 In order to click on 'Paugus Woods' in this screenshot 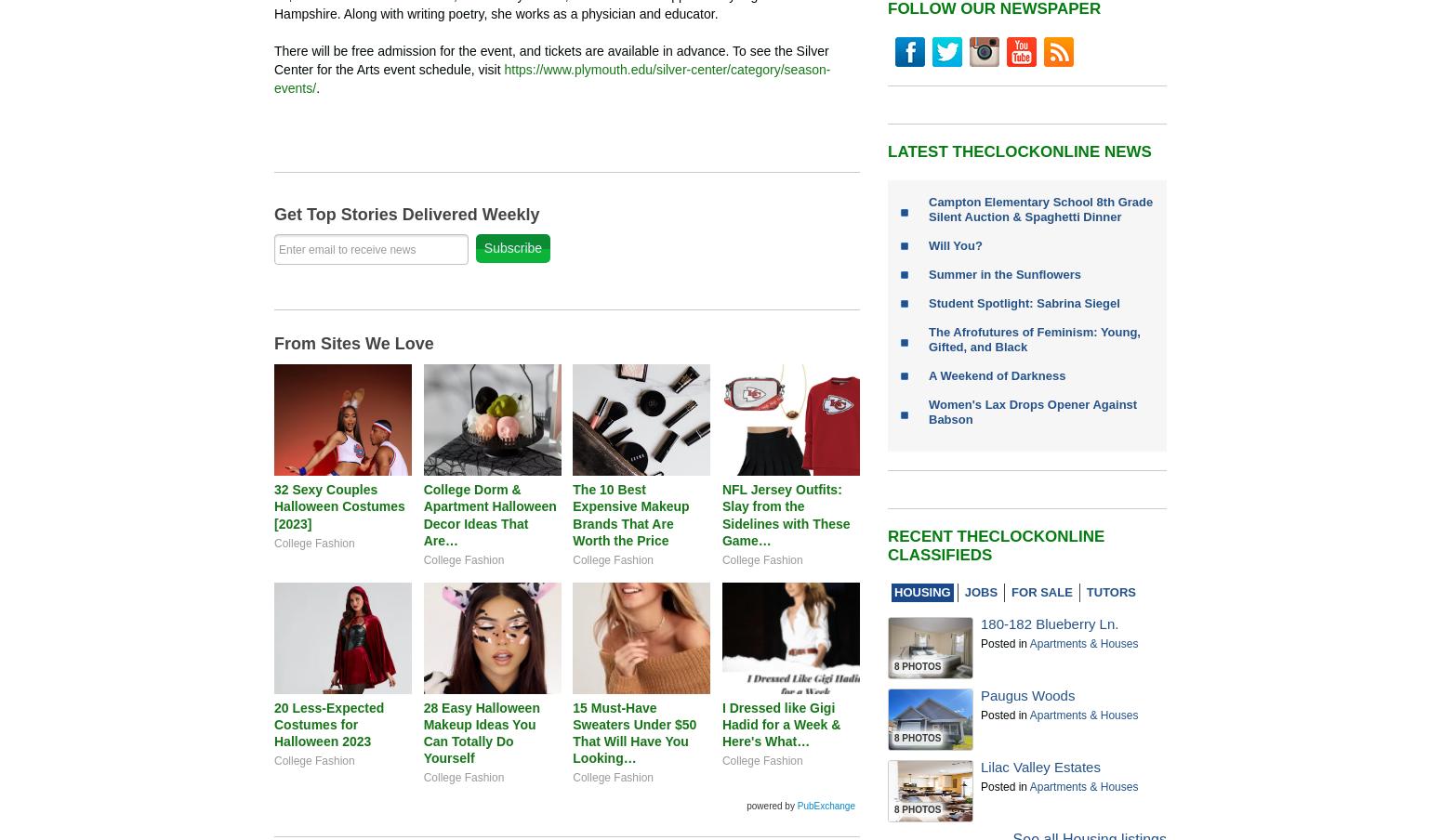, I will do `click(980, 695)`.